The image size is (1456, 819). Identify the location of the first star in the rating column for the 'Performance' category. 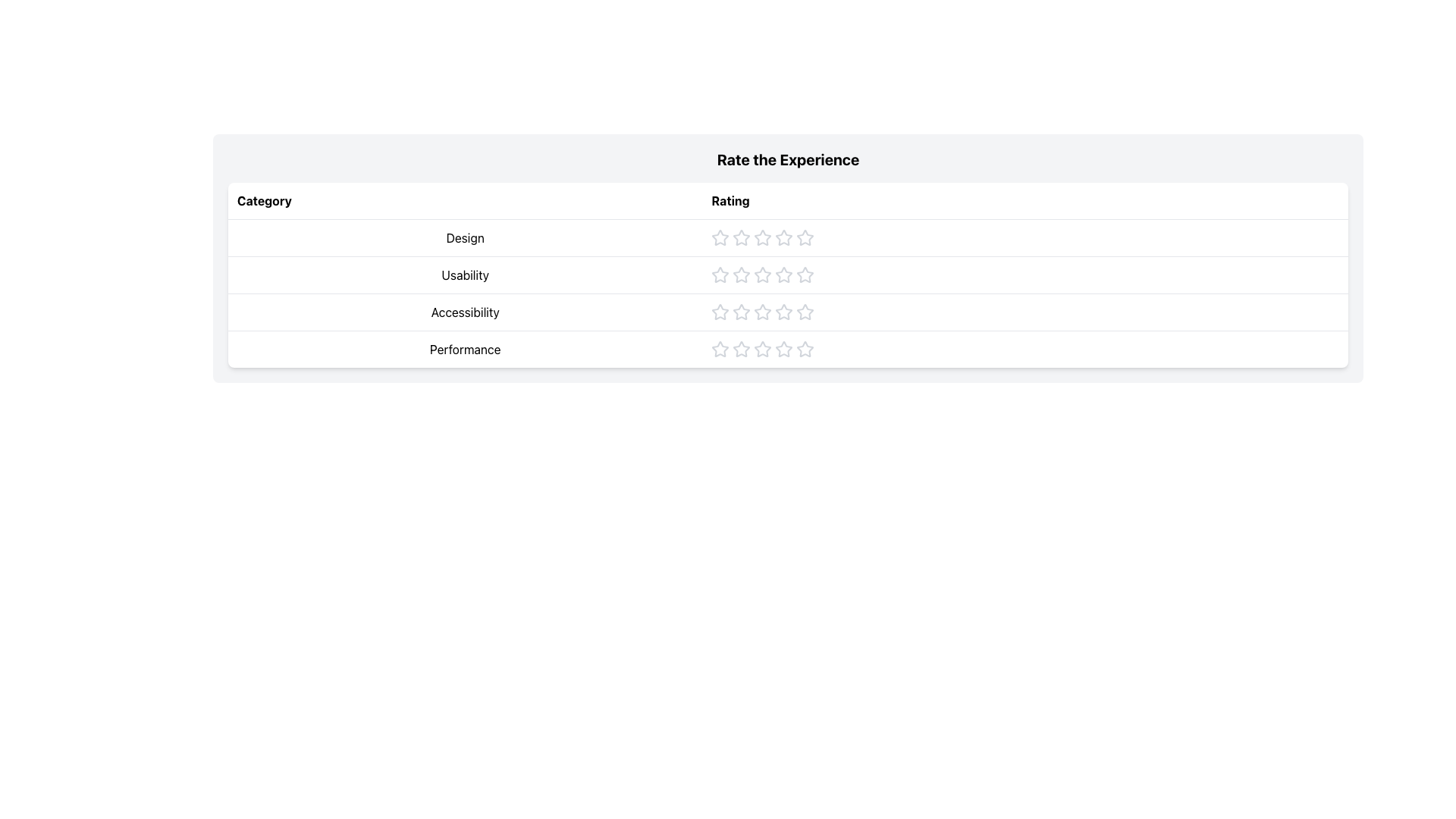
(720, 349).